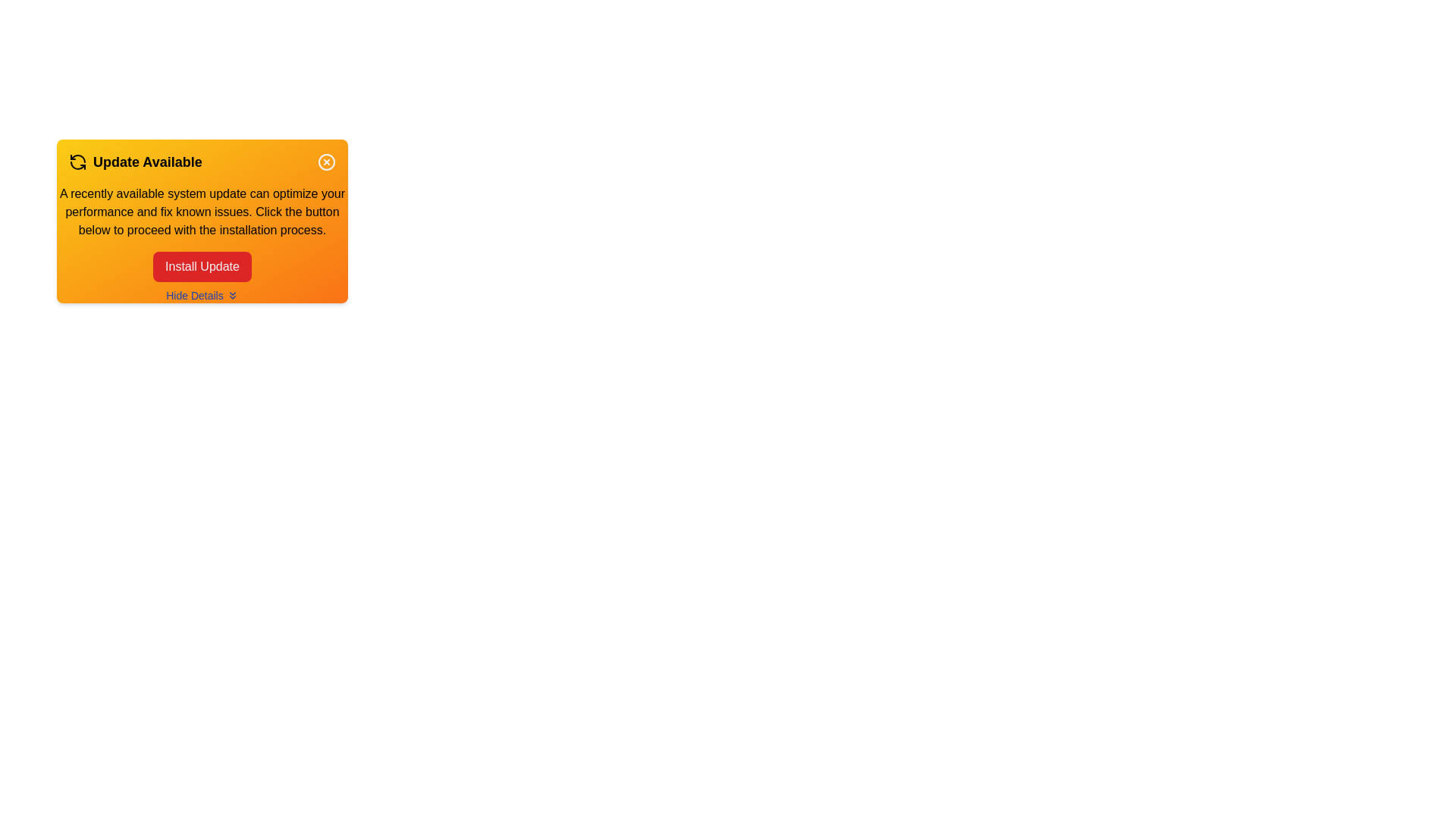 The width and height of the screenshot is (1456, 819). I want to click on the 'Hide Details' button to collapse the details section, so click(202, 295).